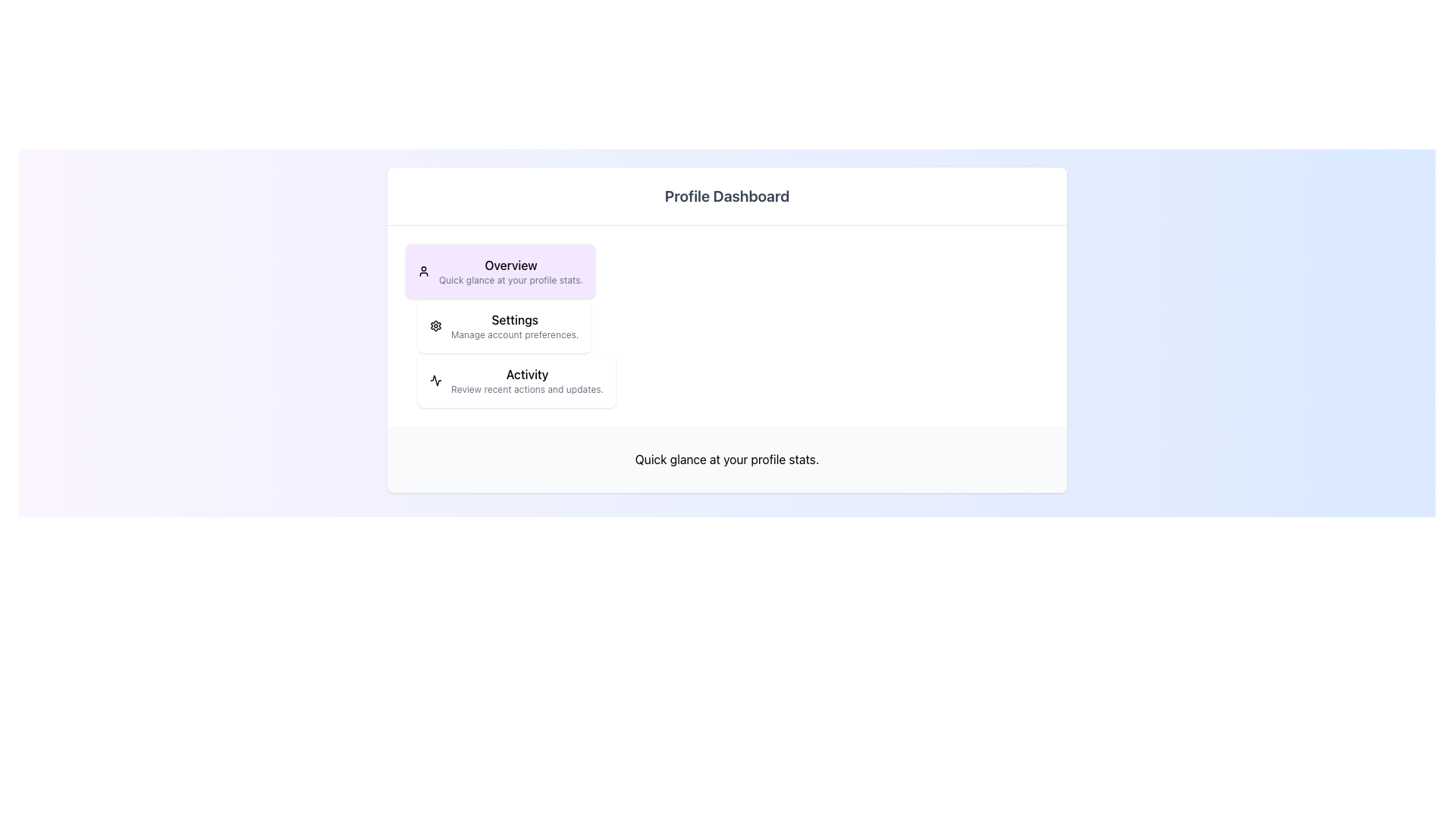 The width and height of the screenshot is (1456, 819). Describe the element at coordinates (423, 271) in the screenshot. I see `the user/profile avatar icon located at the top-left of the 'Overview' section in the profile management options` at that location.